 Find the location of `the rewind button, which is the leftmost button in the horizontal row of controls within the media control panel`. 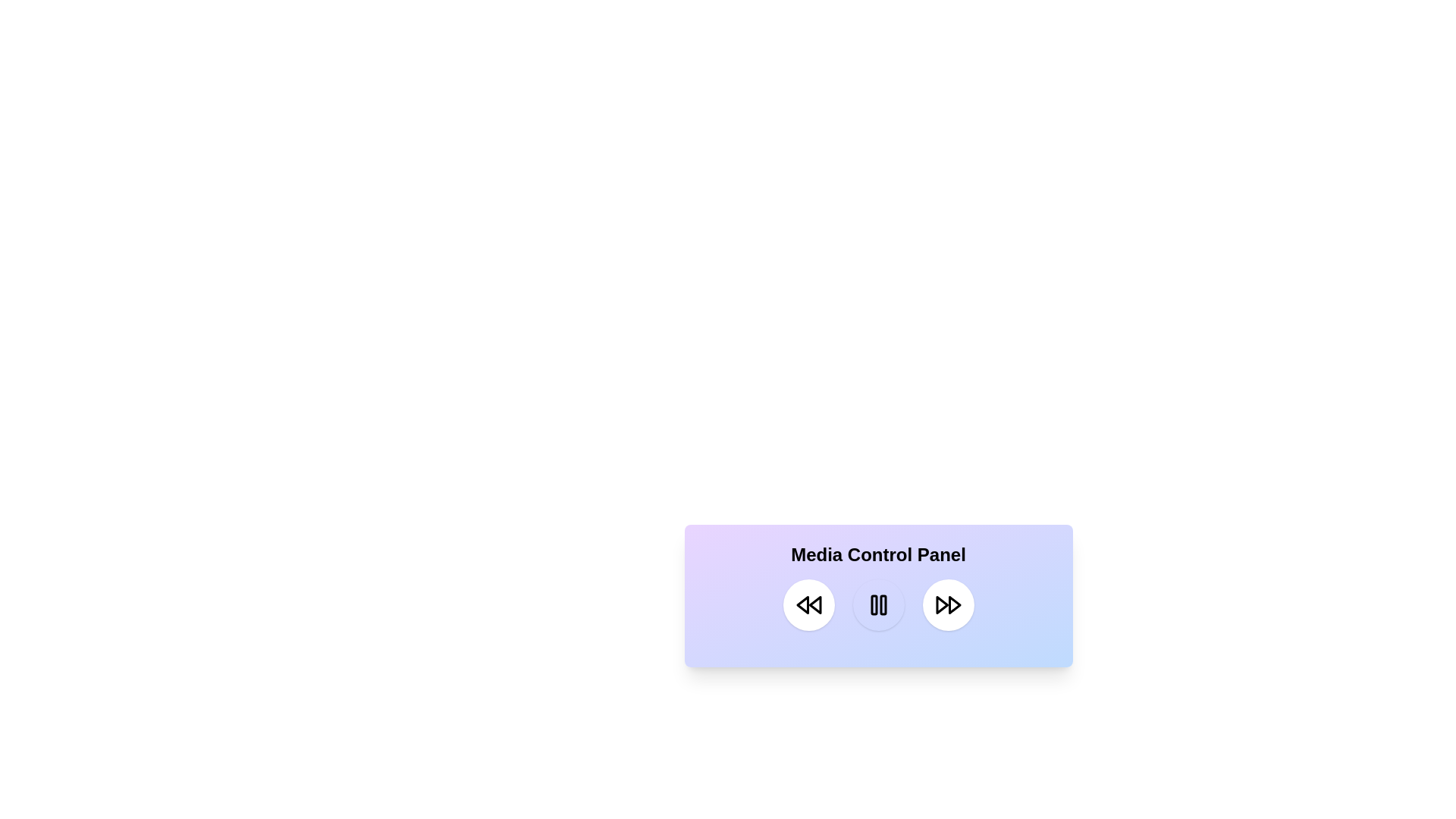

the rewind button, which is the leftmost button in the horizontal row of controls within the media control panel is located at coordinates (808, 604).